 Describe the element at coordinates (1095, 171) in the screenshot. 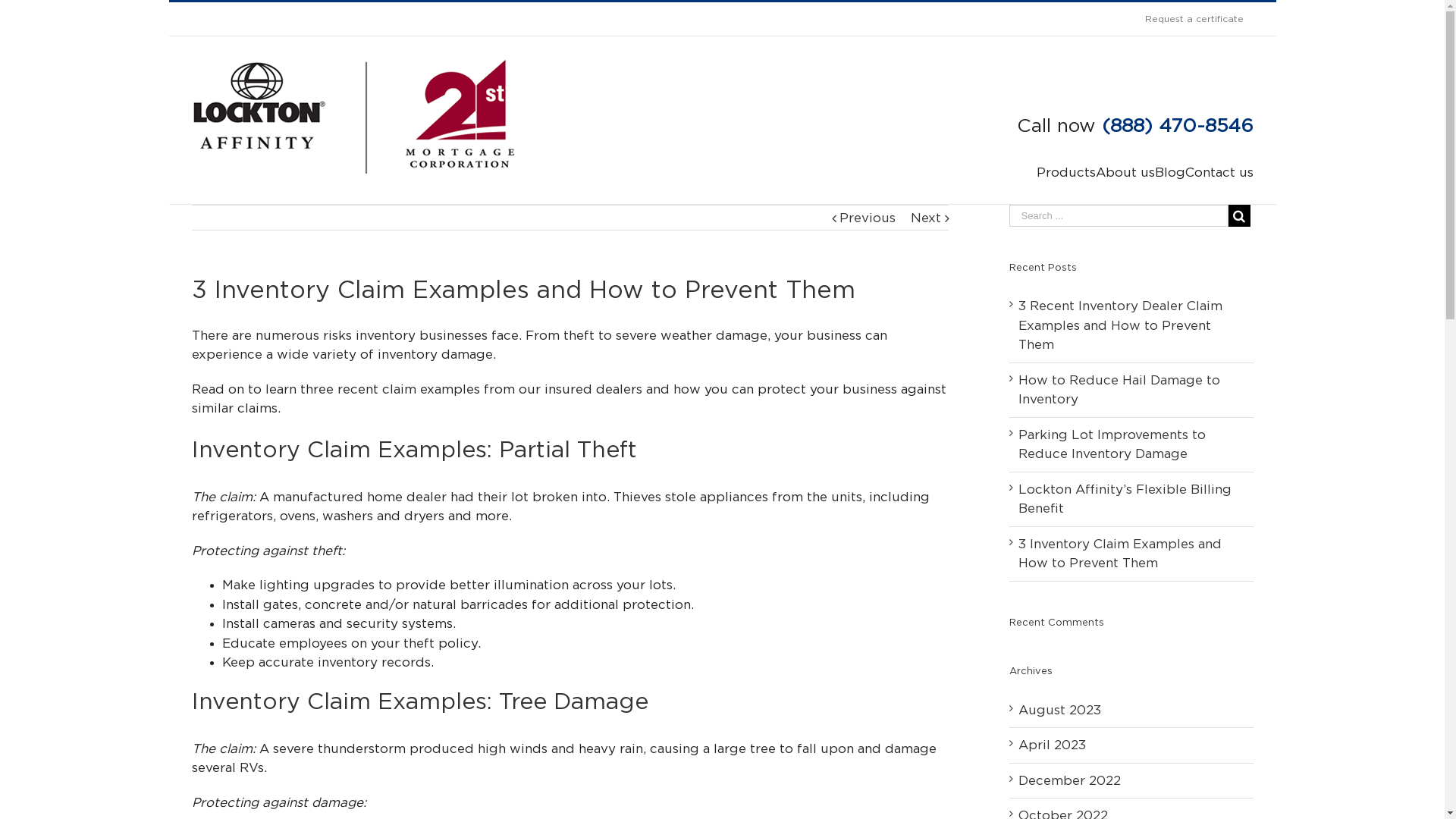

I see `'About us'` at that location.